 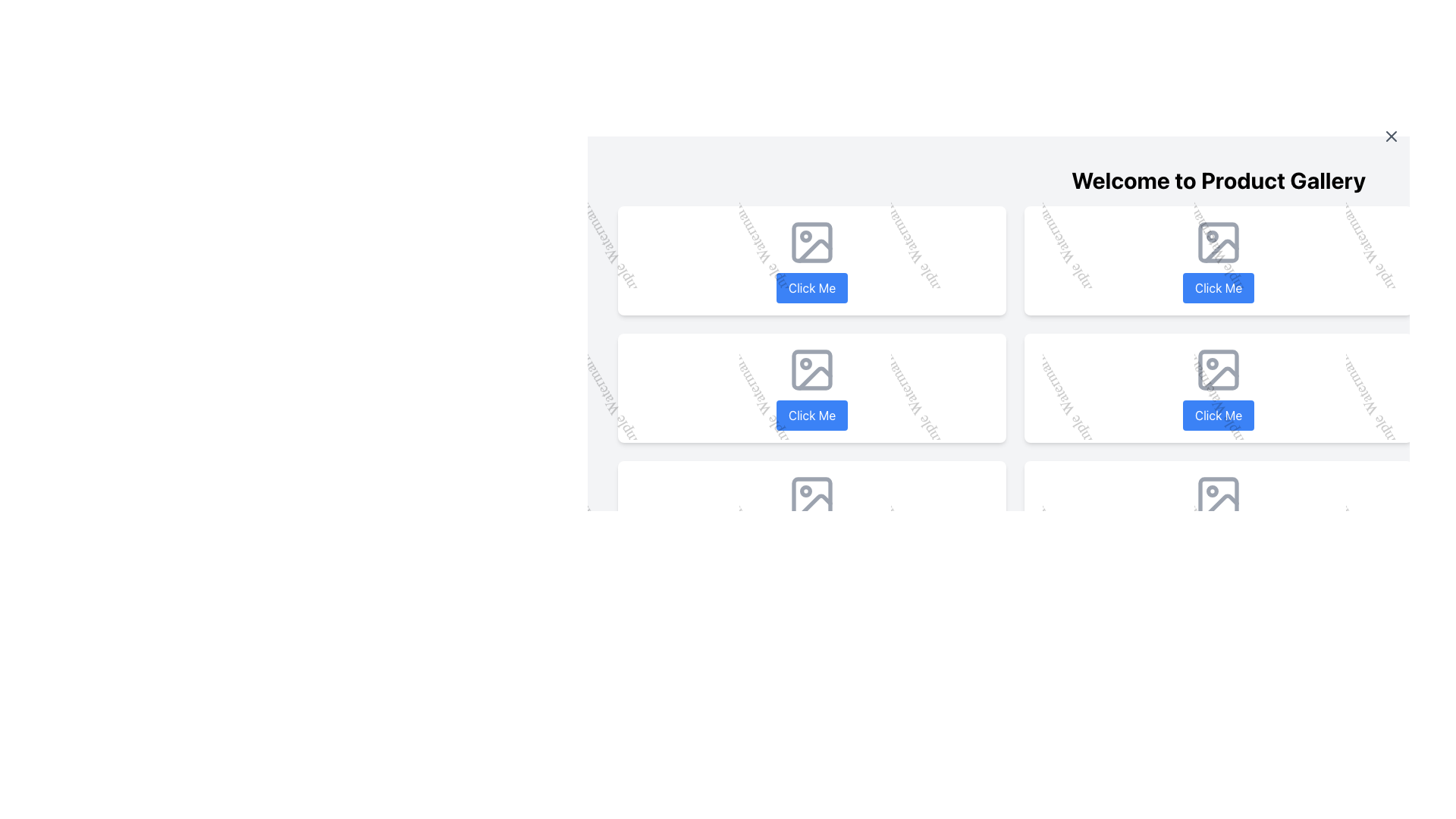 I want to click on the rectangular button labeled 'Click Me' with a blue background, so click(x=1219, y=415).